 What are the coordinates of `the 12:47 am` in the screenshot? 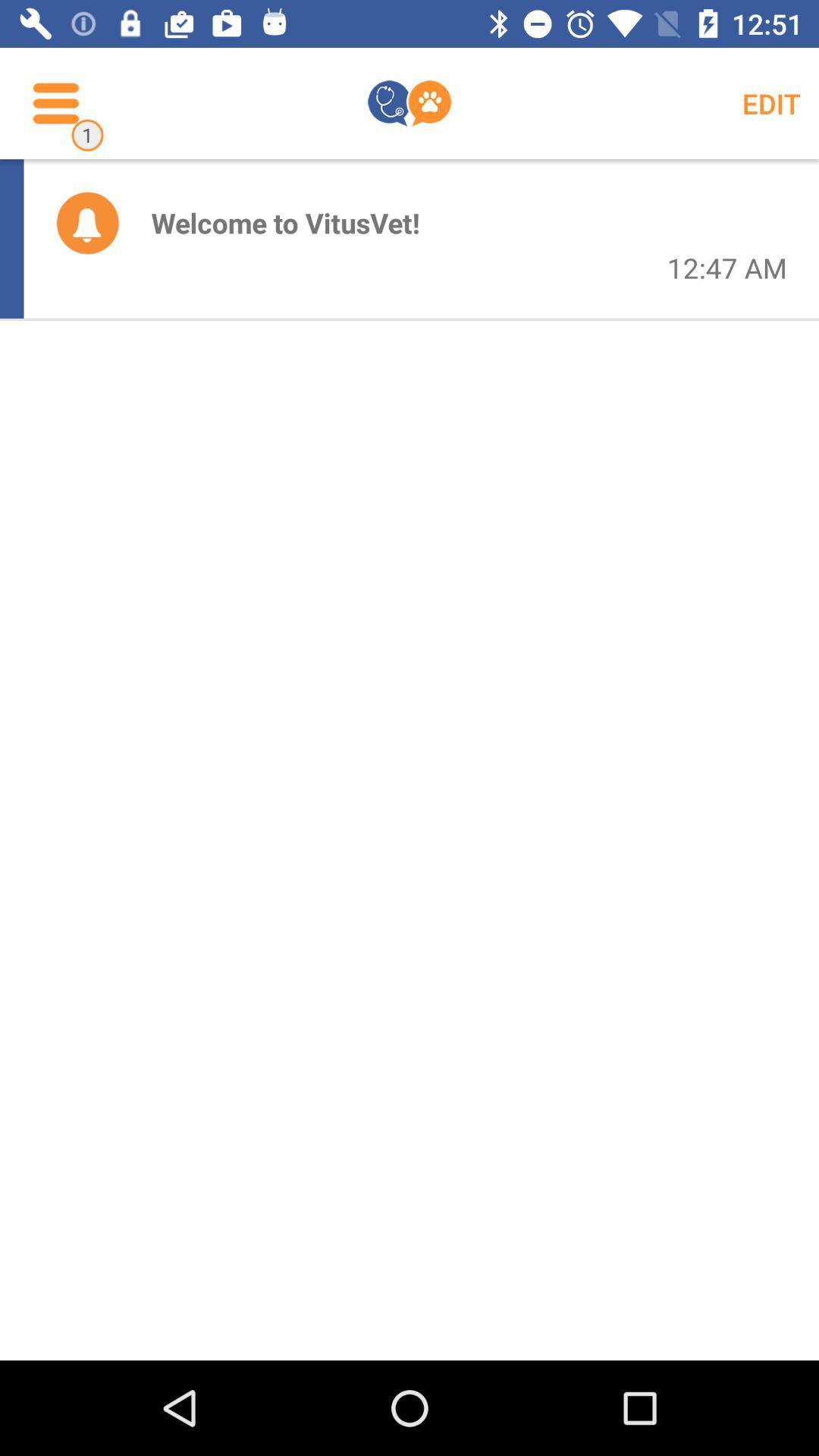 It's located at (726, 268).